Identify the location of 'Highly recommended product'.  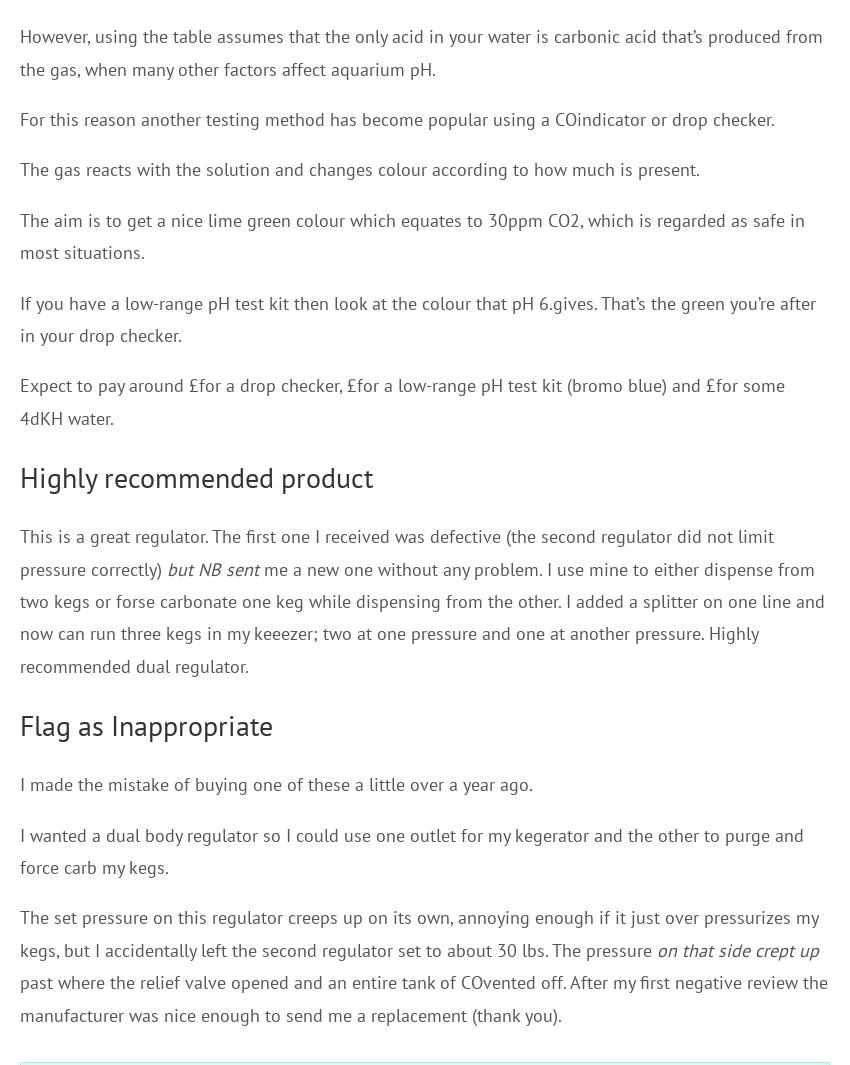
(18, 476).